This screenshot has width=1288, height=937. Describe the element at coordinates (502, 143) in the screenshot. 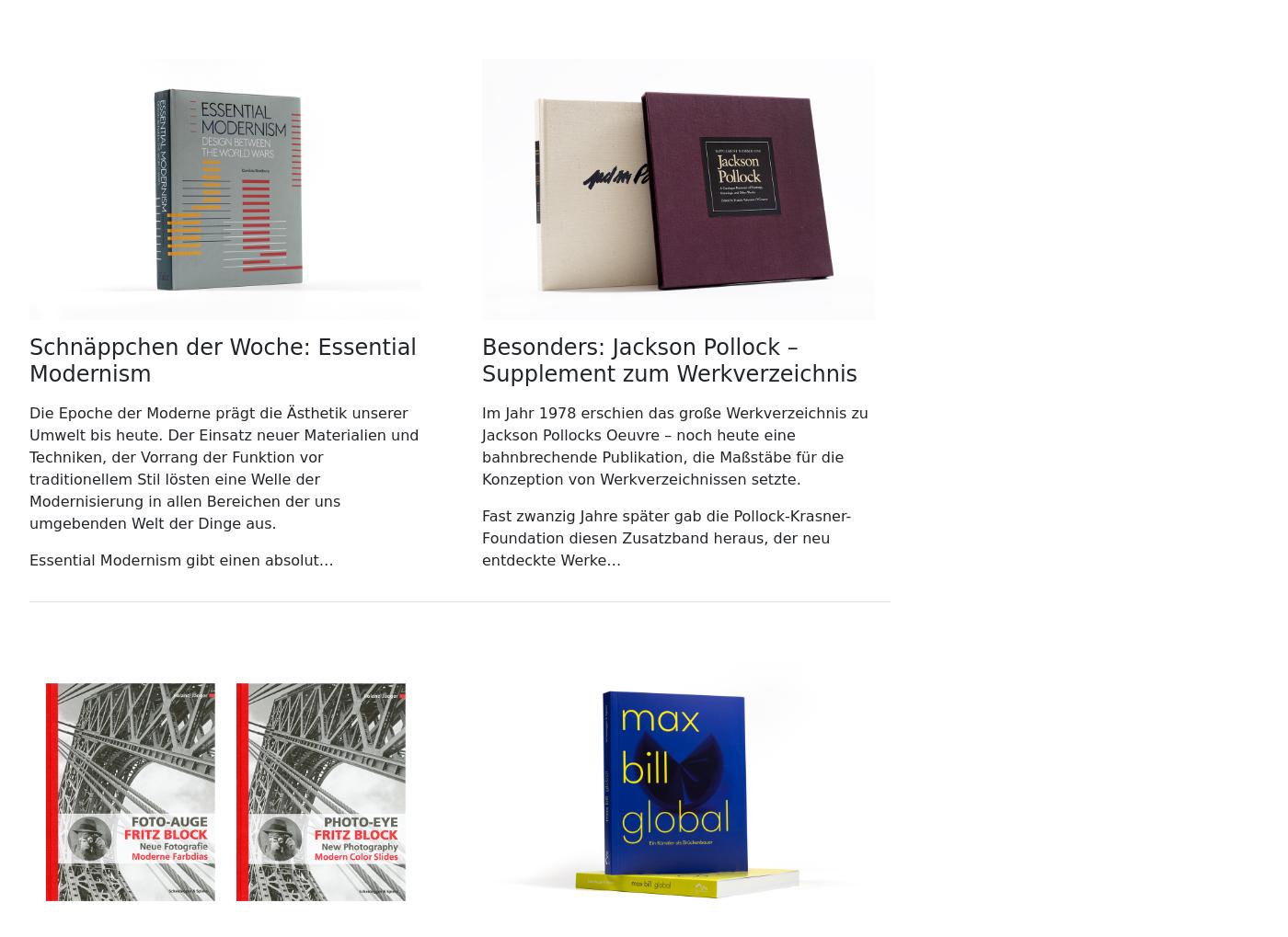

I see `'48,00'` at that location.